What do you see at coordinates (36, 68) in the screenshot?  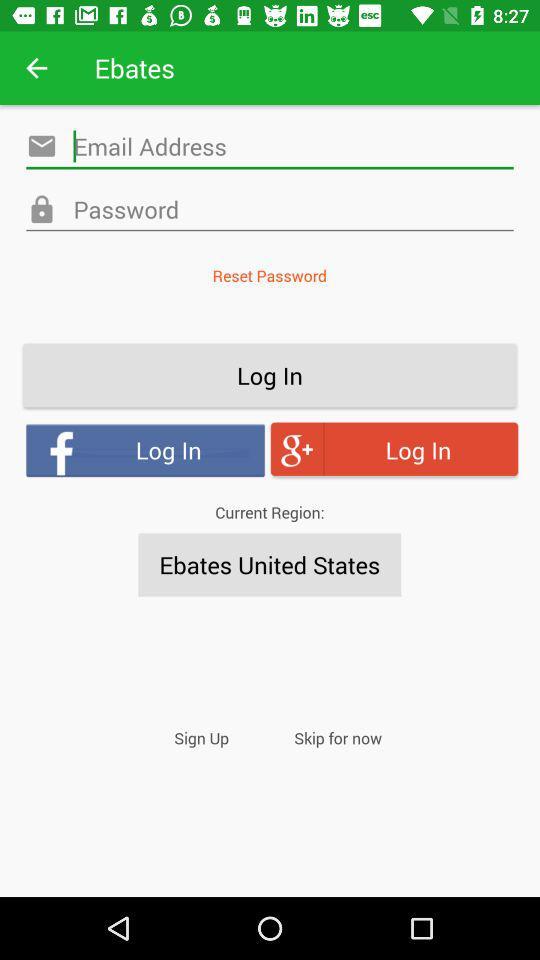 I see `the item to the left of ebates item` at bounding box center [36, 68].